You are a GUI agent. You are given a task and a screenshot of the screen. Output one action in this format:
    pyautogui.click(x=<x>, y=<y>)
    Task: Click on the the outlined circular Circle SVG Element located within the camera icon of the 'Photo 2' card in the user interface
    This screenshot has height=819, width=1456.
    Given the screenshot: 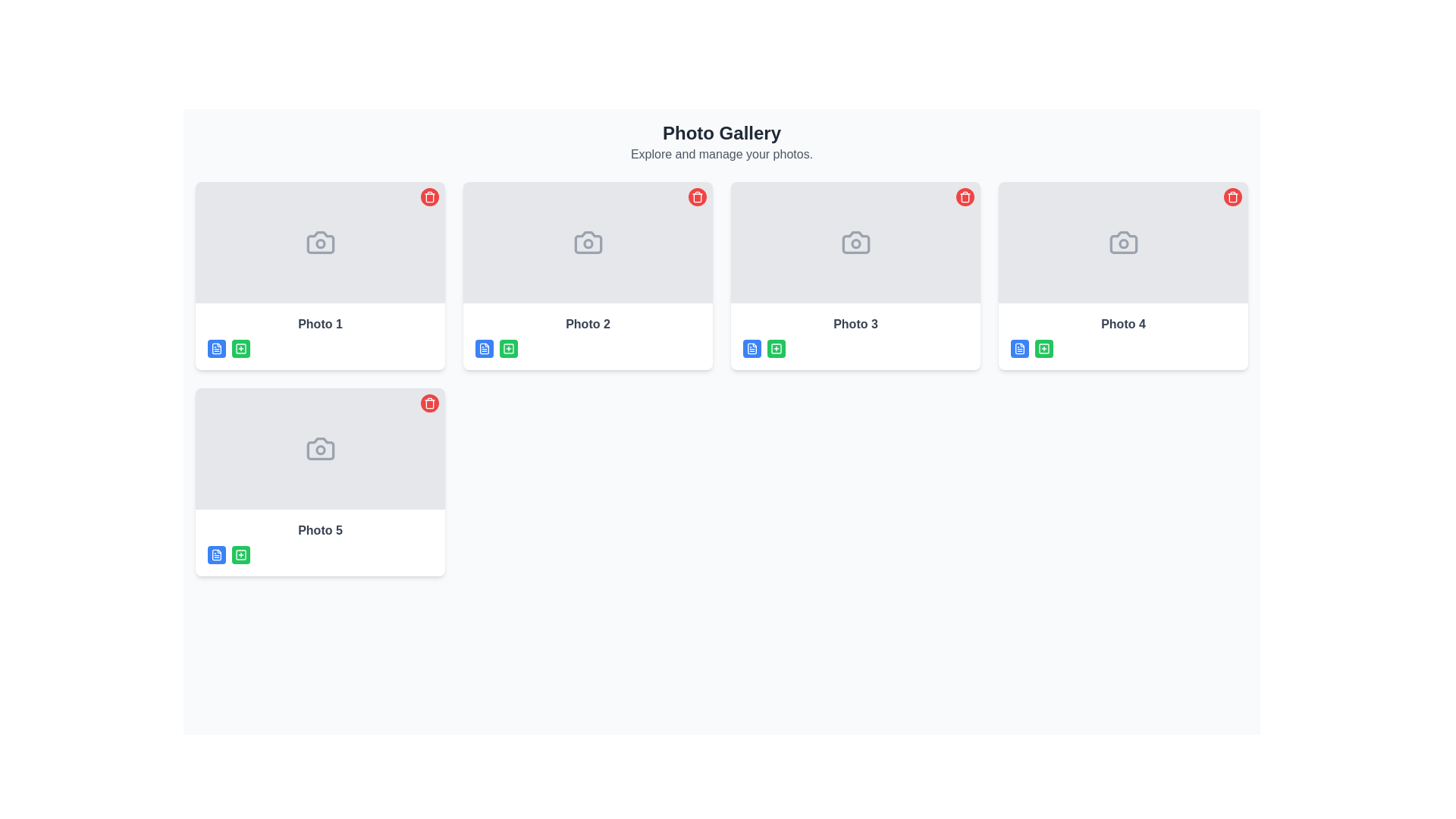 What is the action you would take?
    pyautogui.click(x=587, y=243)
    